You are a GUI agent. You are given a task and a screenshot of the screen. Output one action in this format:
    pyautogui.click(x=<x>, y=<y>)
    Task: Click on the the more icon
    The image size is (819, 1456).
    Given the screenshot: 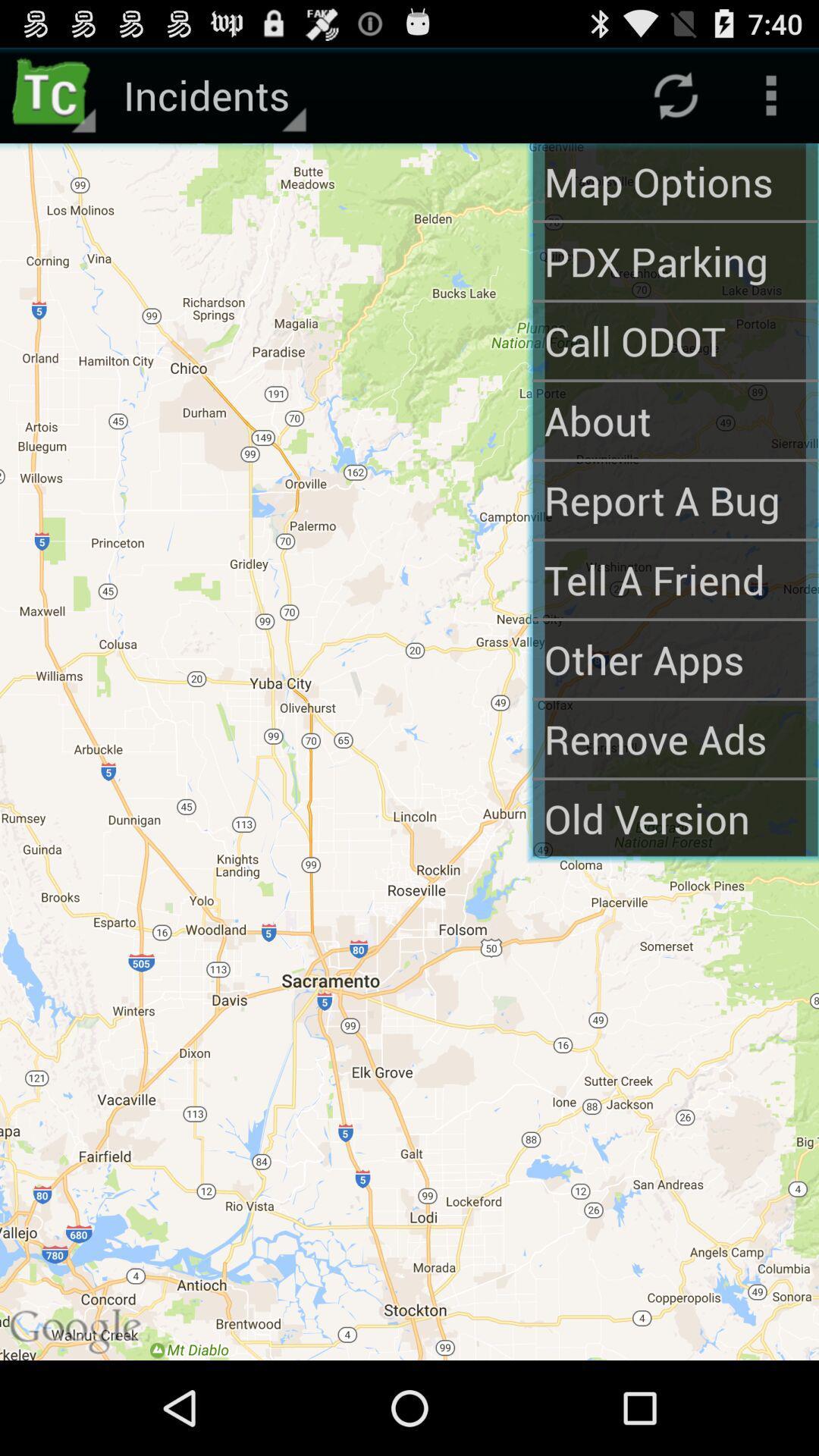 What is the action you would take?
    pyautogui.click(x=771, y=101)
    